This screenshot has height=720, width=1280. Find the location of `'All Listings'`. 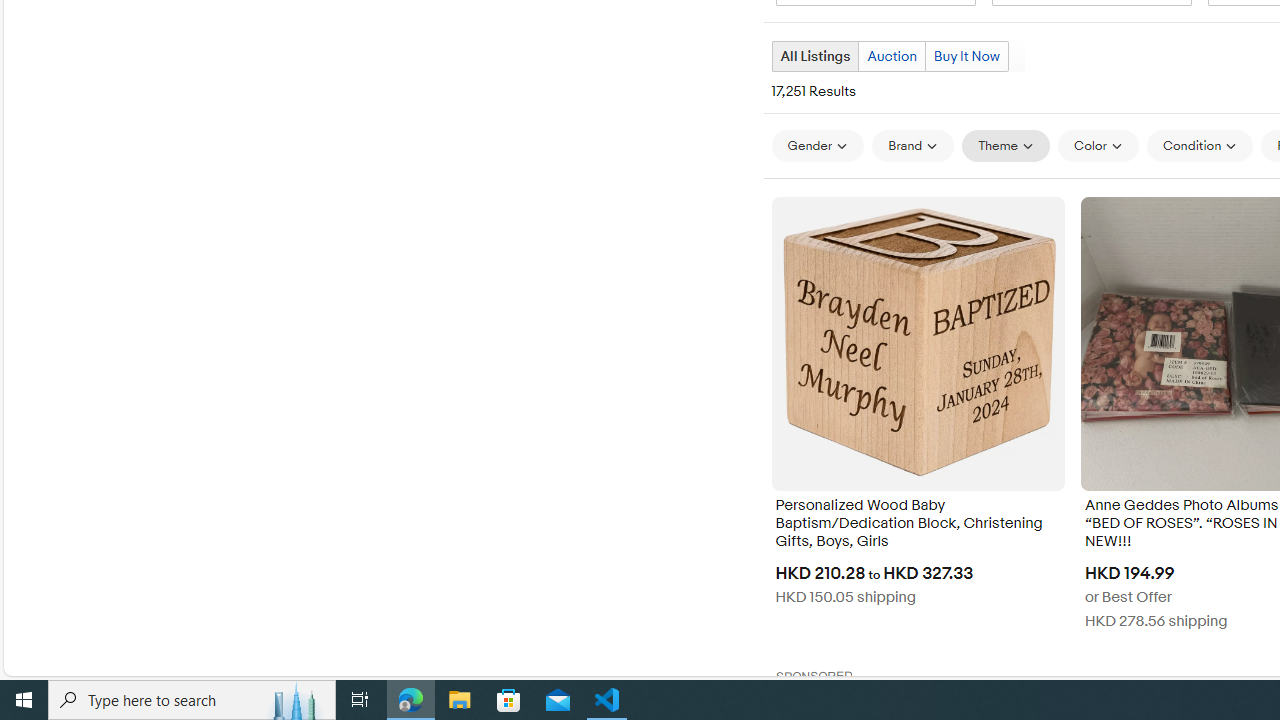

'All Listings' is located at coordinates (814, 55).